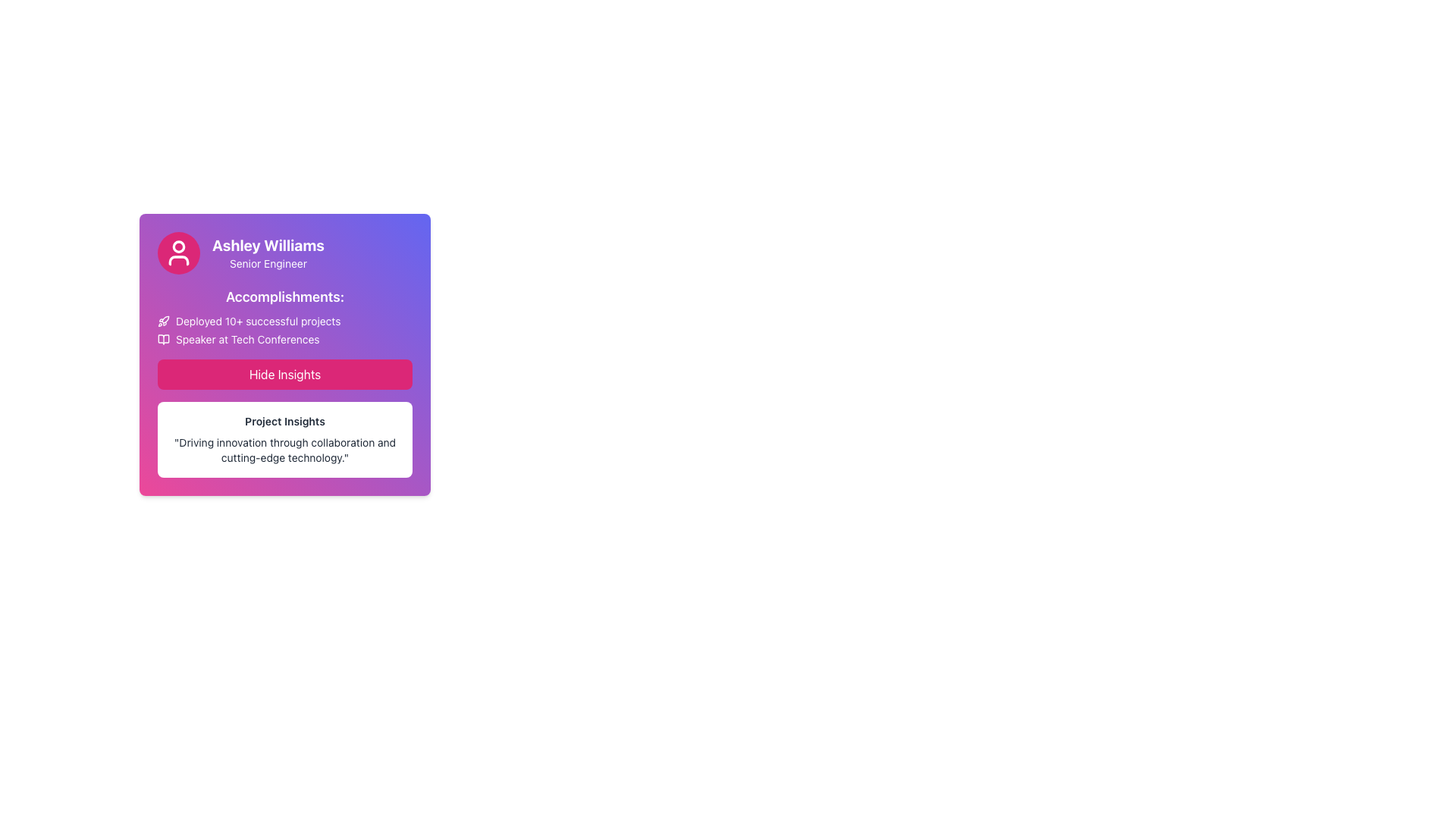 Image resolution: width=1456 pixels, height=819 pixels. What do you see at coordinates (284, 329) in the screenshot?
I see `the static text block that lists accomplishments or achievements, located below the 'Accomplishments:' heading` at bounding box center [284, 329].